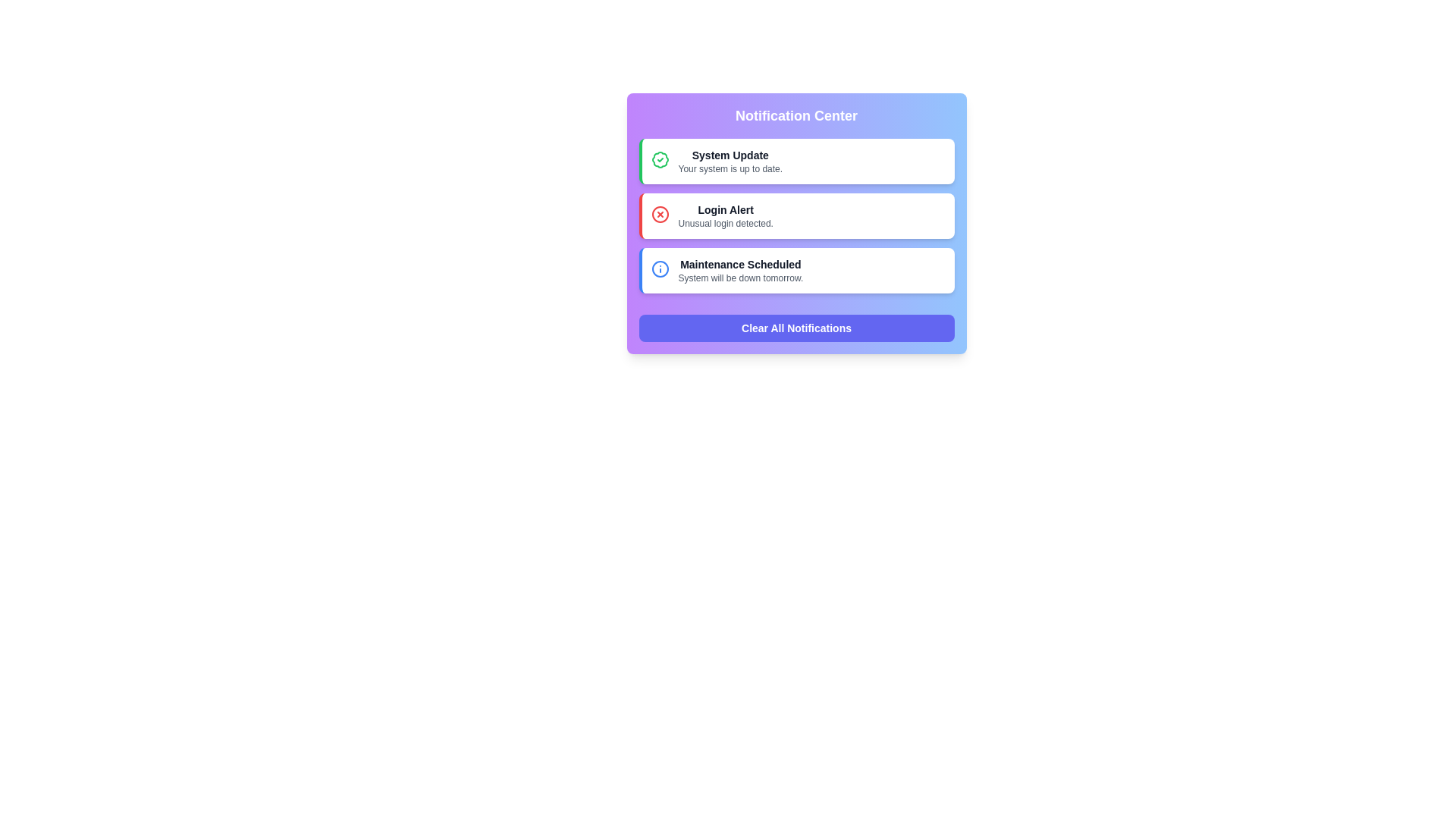 The height and width of the screenshot is (819, 1456). What do you see at coordinates (740, 278) in the screenshot?
I see `the text element that reads 'System will be down tomorrow.' located below 'Maintenance Scheduled.'` at bounding box center [740, 278].